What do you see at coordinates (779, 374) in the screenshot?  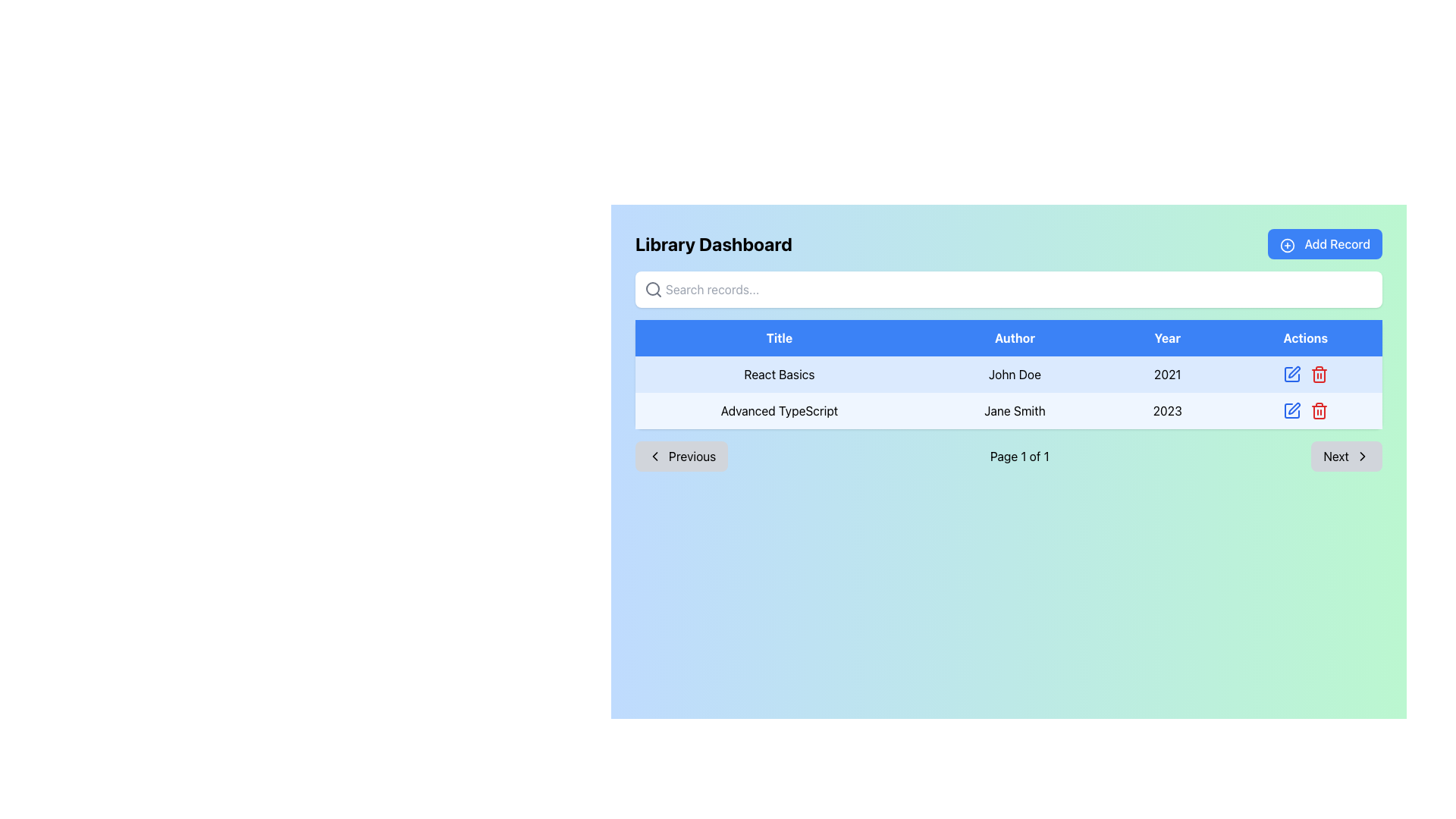 I see `the text label displaying 'React Basics'` at bounding box center [779, 374].